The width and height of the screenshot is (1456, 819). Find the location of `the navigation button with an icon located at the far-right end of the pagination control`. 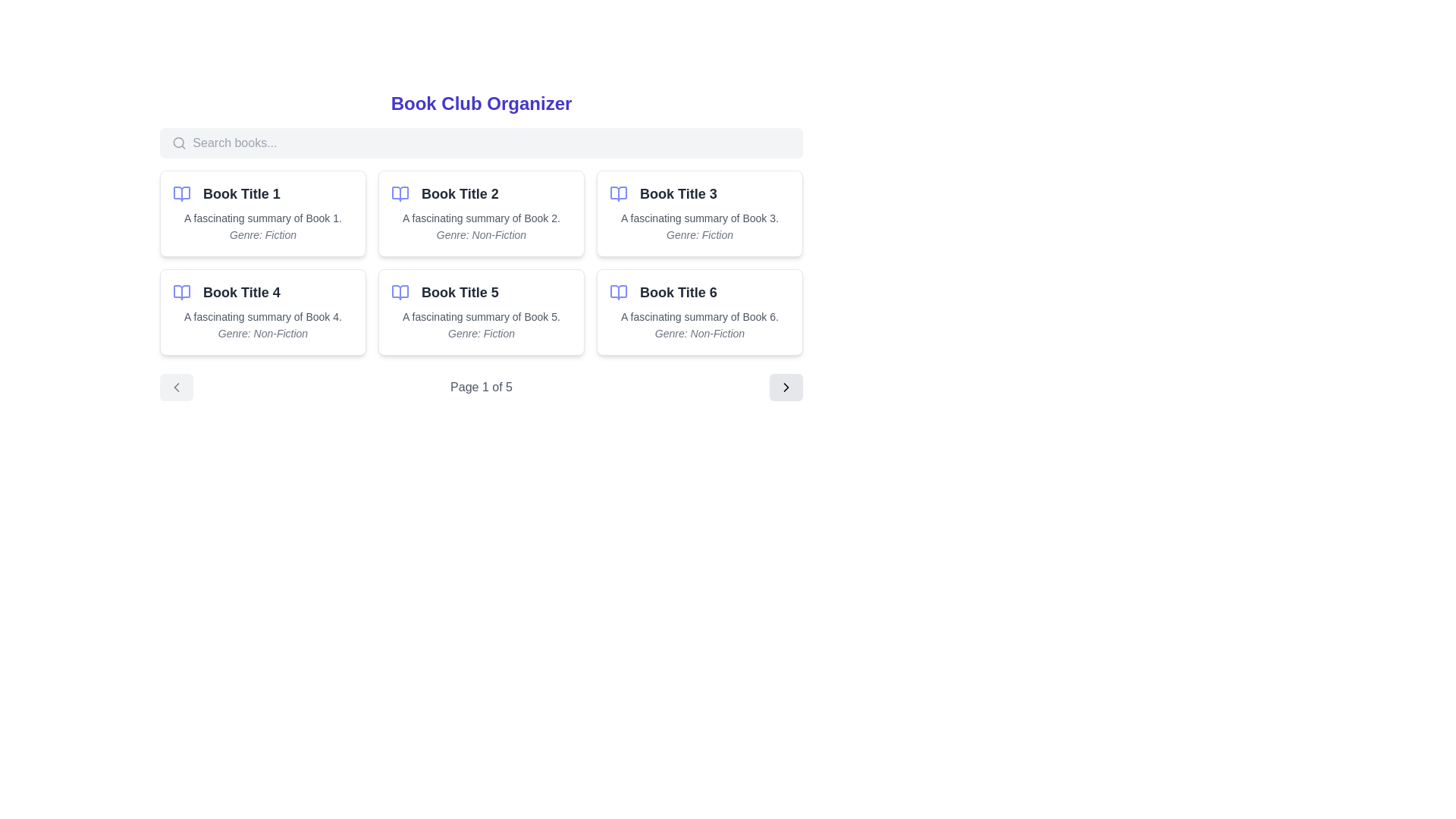

the navigation button with an icon located at the far-right end of the pagination control is located at coordinates (786, 386).